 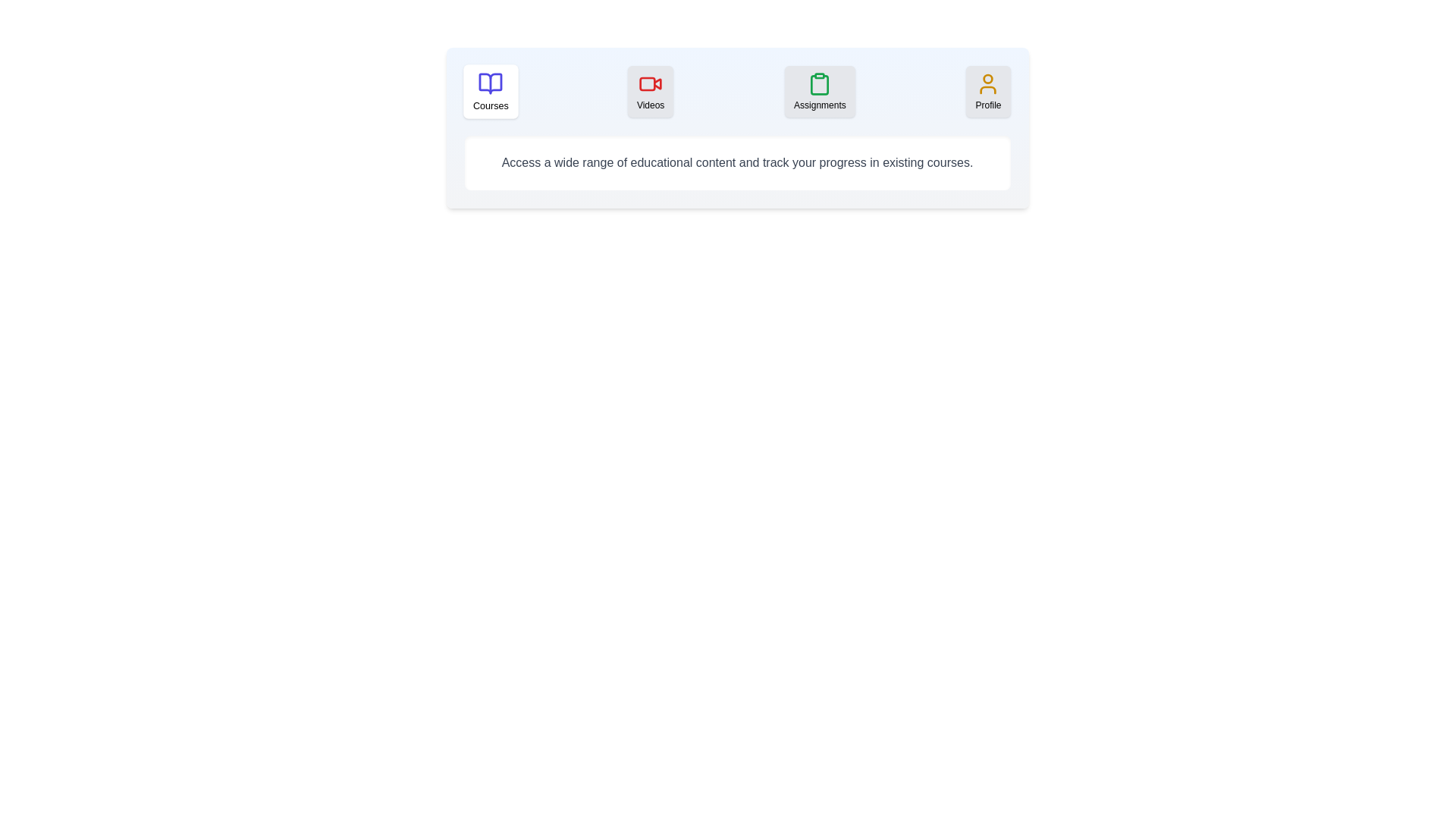 I want to click on the tab labeled Profile, so click(x=988, y=91).